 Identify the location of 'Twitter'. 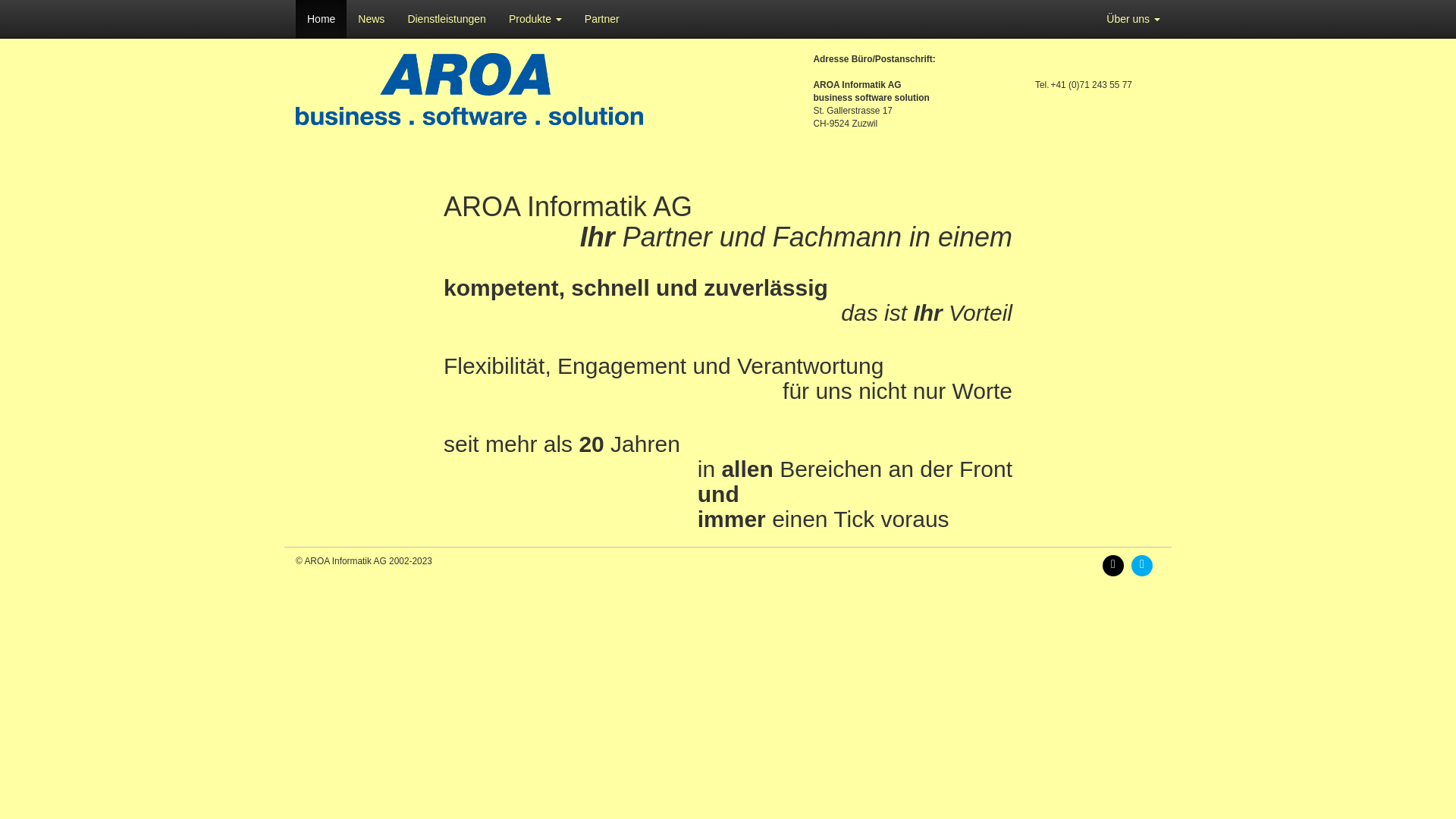
(1146, 564).